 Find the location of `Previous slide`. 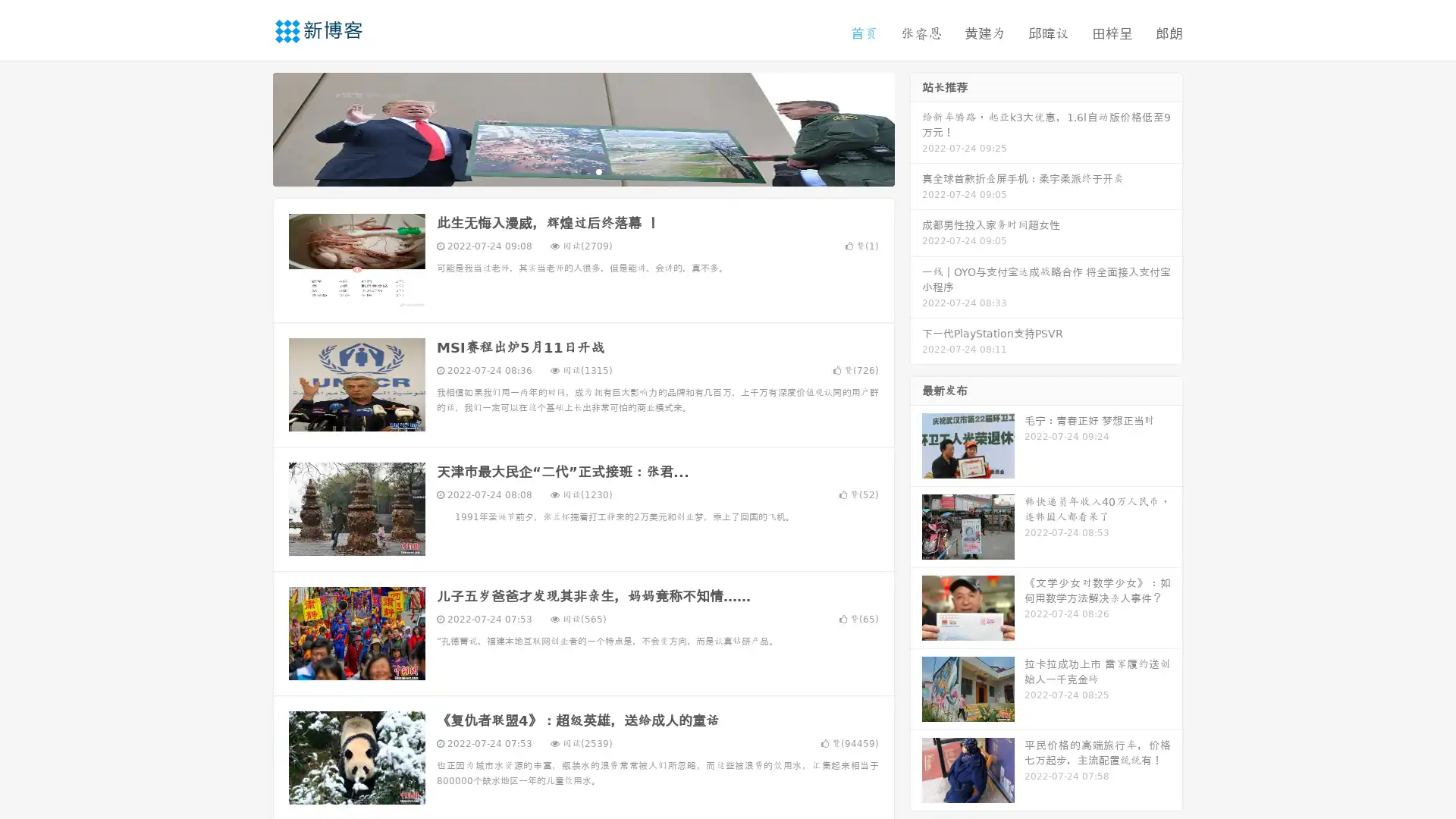

Previous slide is located at coordinates (250, 127).